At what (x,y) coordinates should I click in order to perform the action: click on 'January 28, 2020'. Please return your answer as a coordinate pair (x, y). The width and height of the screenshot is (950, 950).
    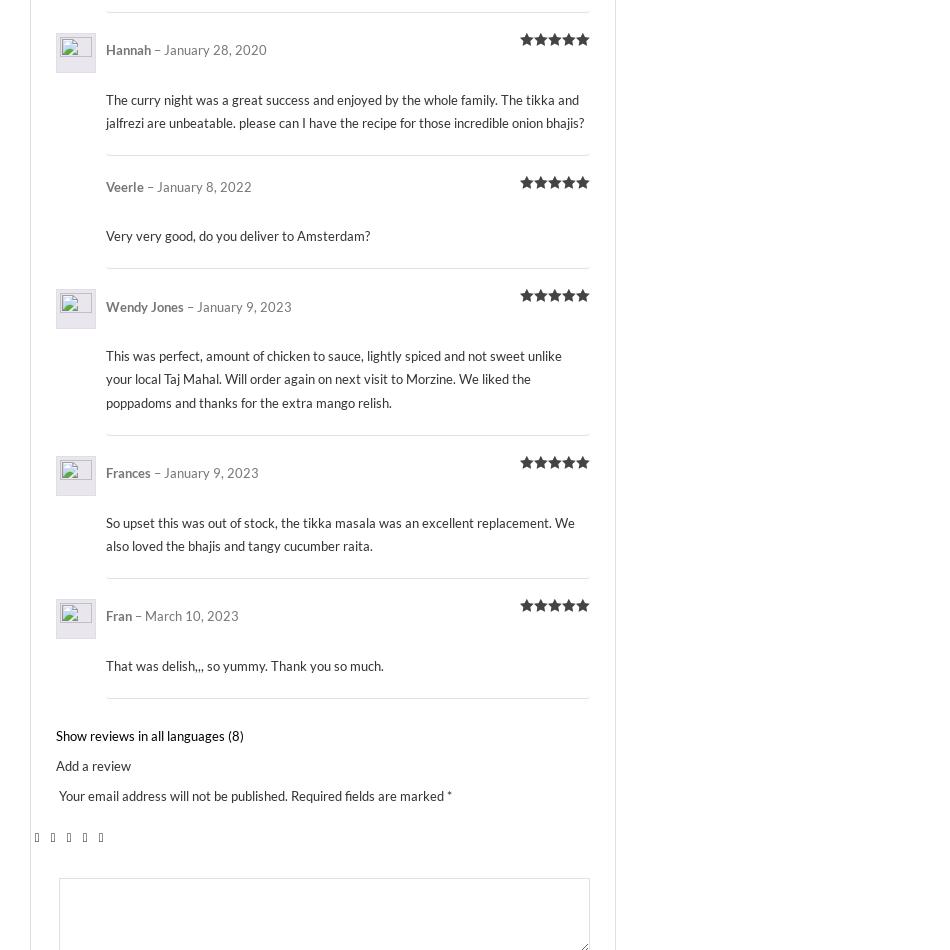
    Looking at the image, I should click on (215, 49).